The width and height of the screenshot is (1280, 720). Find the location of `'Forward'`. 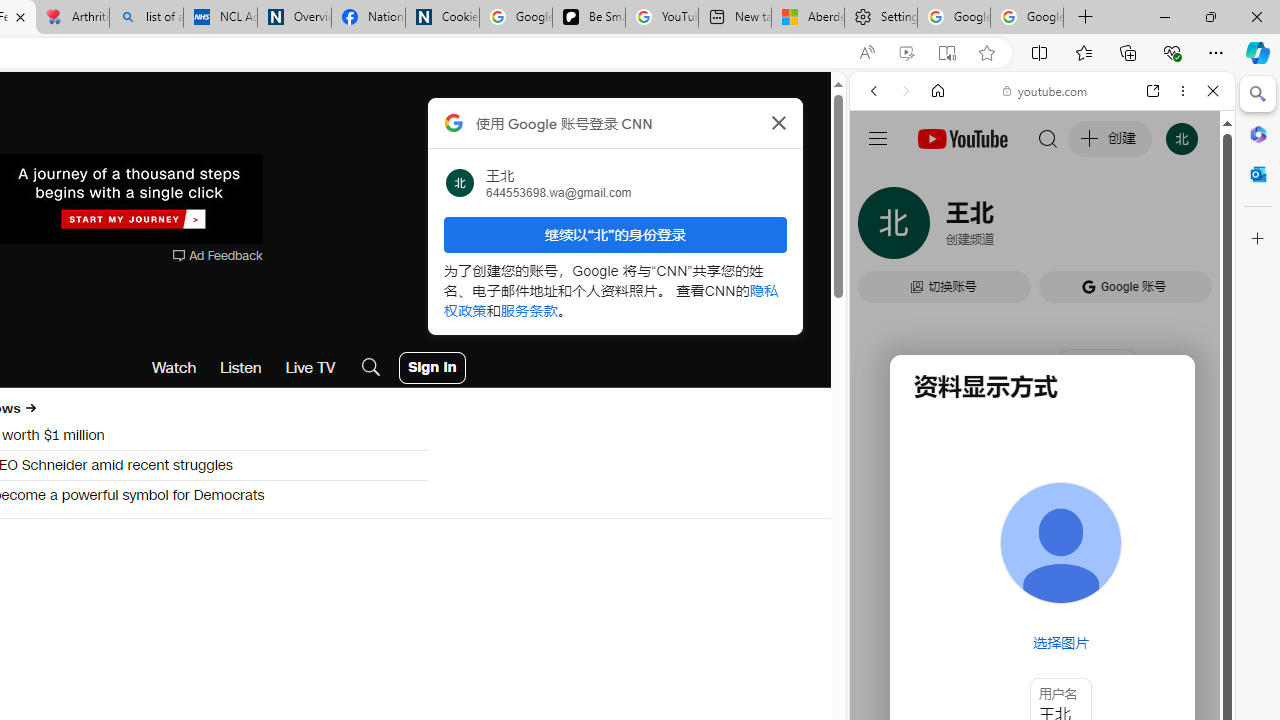

'Forward' is located at coordinates (905, 91).